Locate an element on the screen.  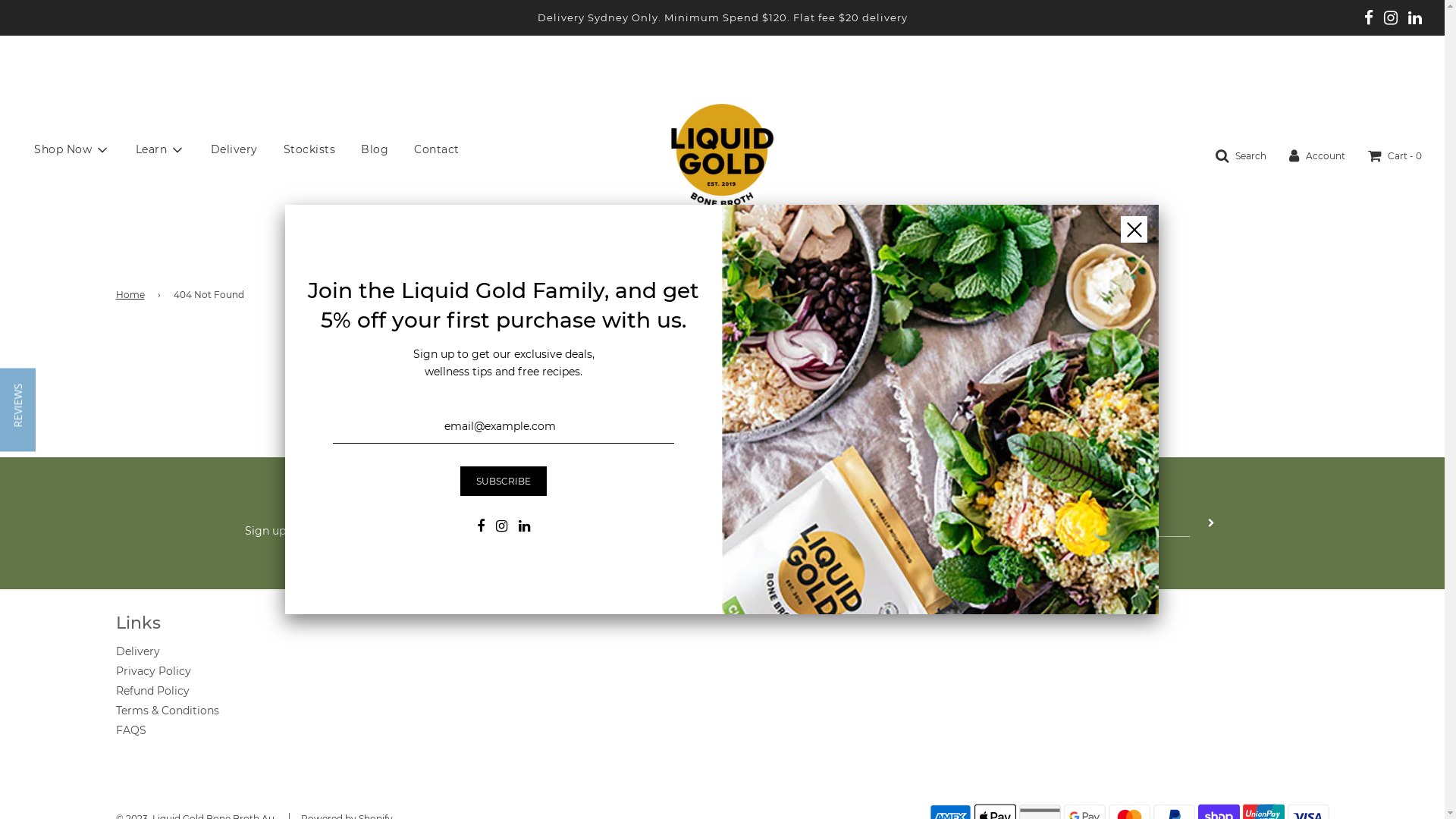
'Learn' is located at coordinates (160, 149).